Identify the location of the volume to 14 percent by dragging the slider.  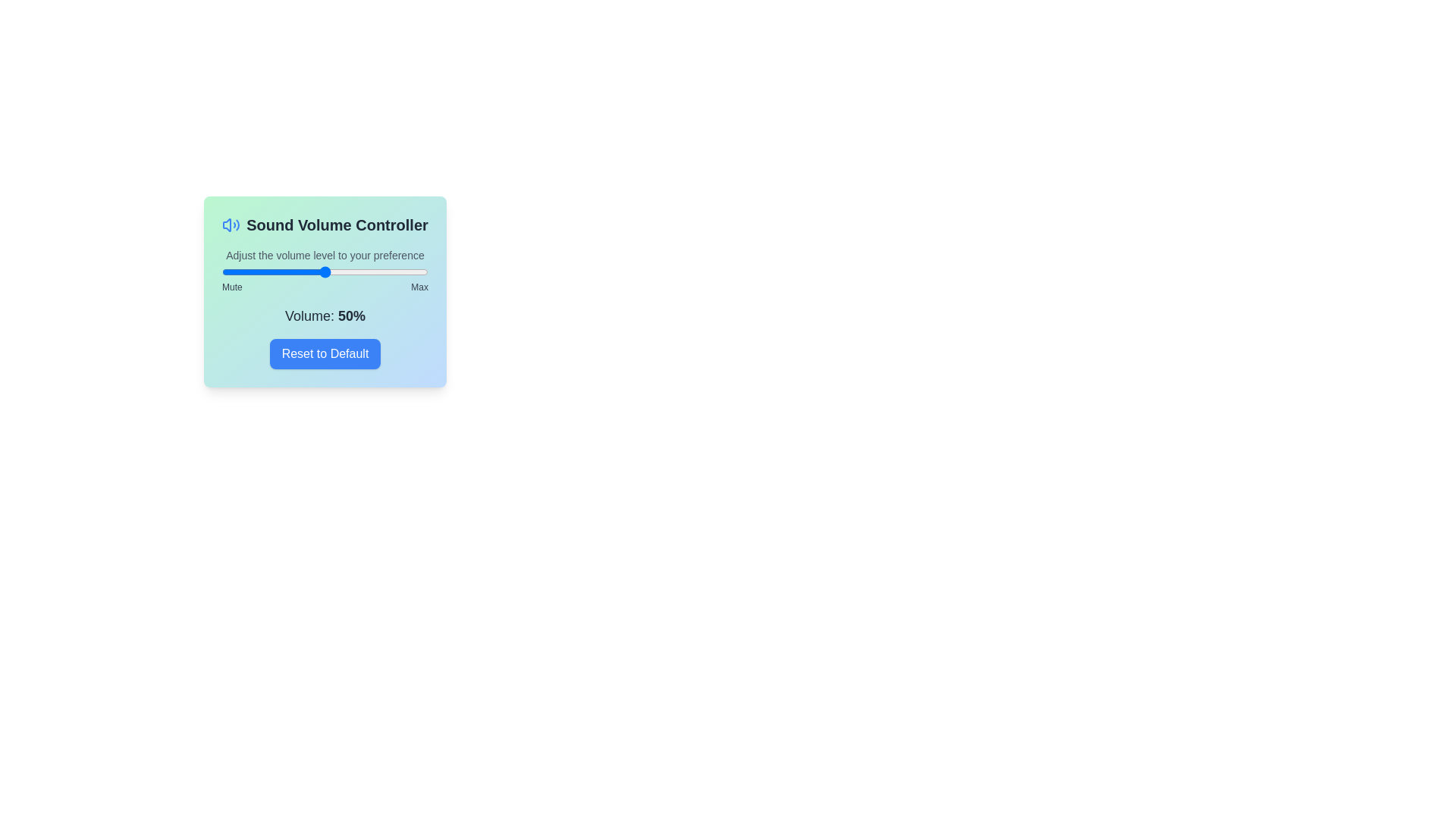
(251, 271).